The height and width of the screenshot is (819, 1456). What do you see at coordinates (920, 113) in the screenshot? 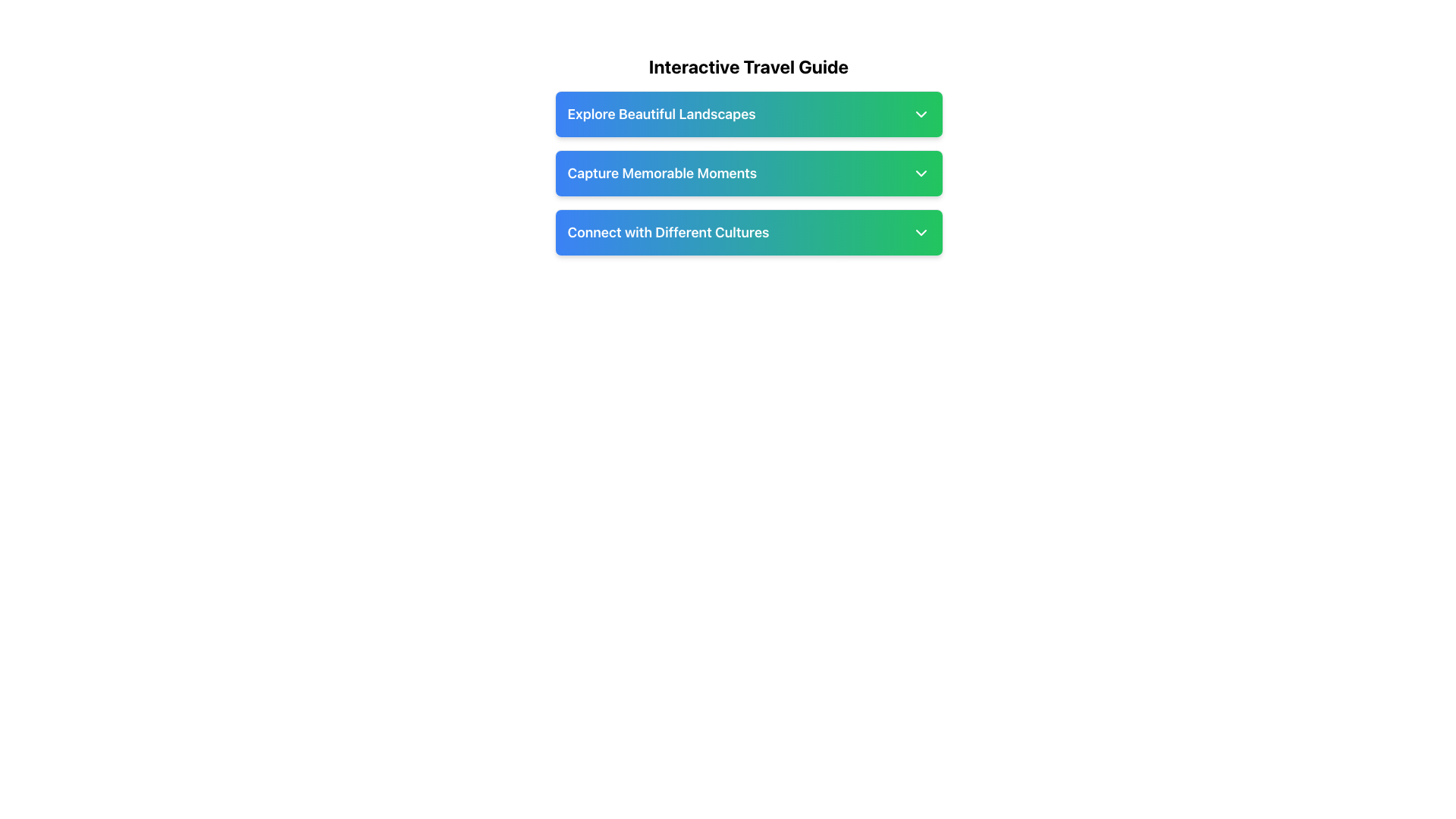
I see `the chevron down icon located at the right end of the 'Explore Beautiful Landscapes' button` at bounding box center [920, 113].